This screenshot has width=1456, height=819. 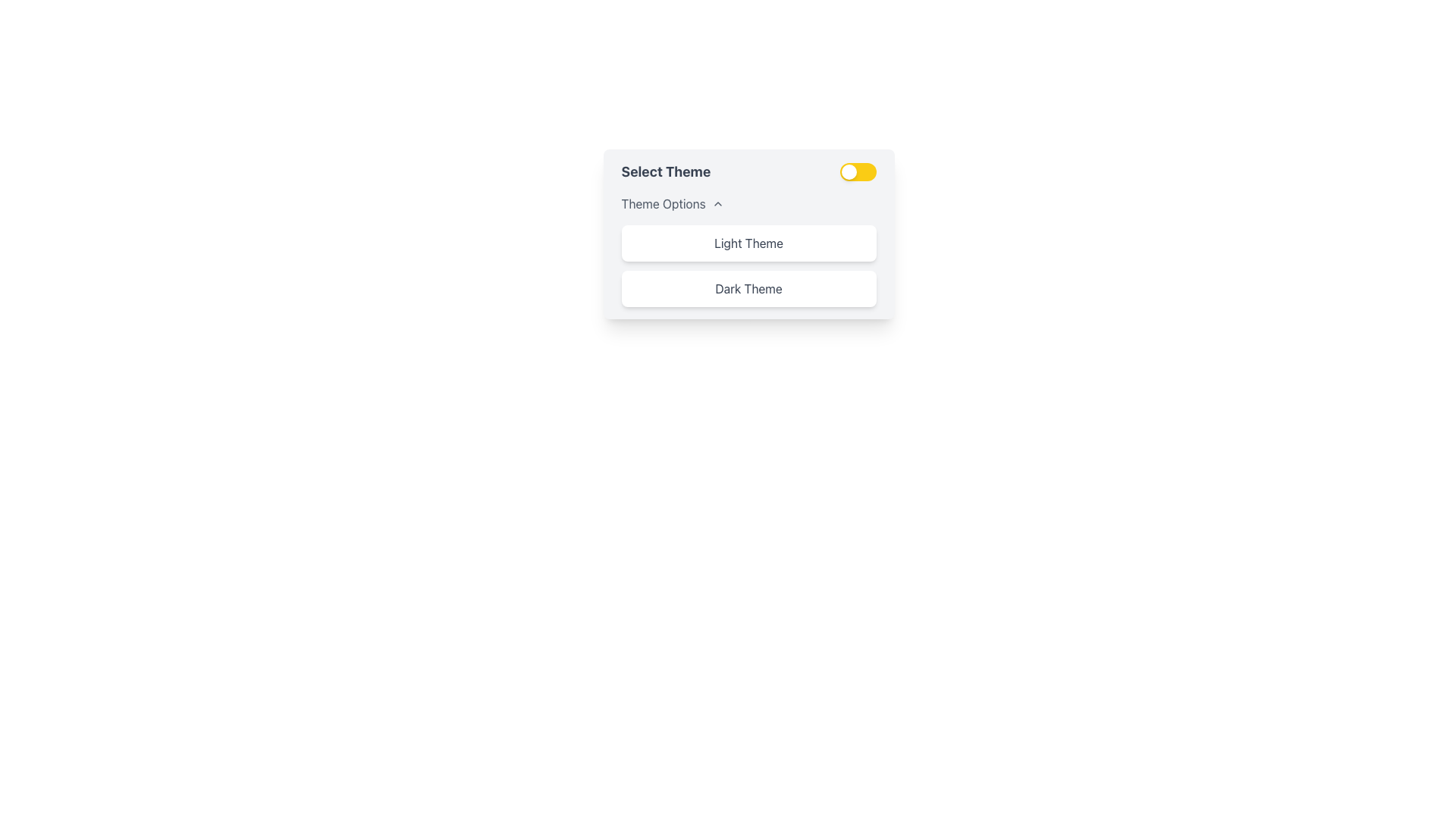 What do you see at coordinates (858, 171) in the screenshot?
I see `the toggle switch with a bright yellow background and a white circular button with a sun icon, indicating it is in the 'on' position` at bounding box center [858, 171].